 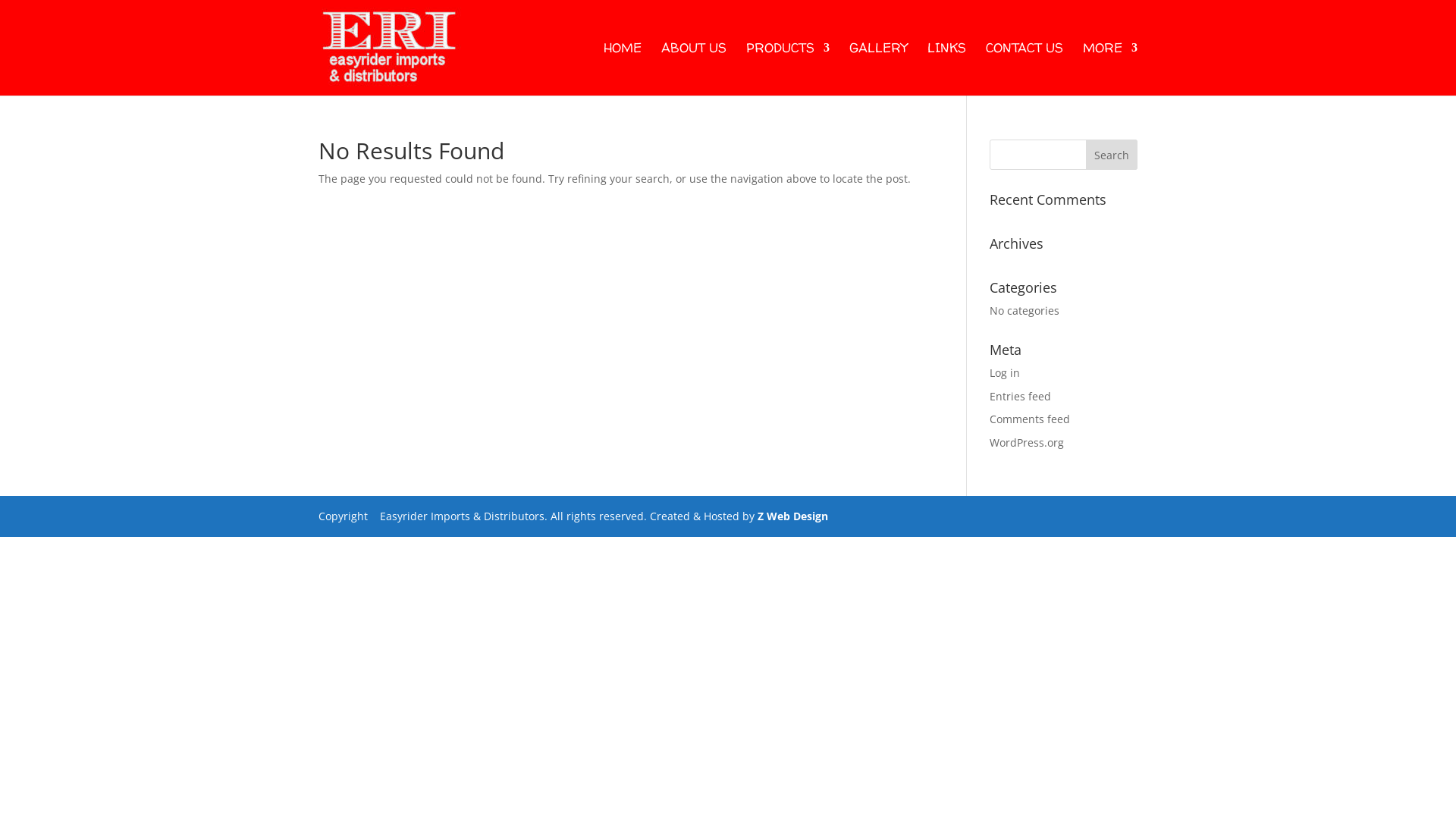 What do you see at coordinates (878, 69) in the screenshot?
I see `'GALLERY'` at bounding box center [878, 69].